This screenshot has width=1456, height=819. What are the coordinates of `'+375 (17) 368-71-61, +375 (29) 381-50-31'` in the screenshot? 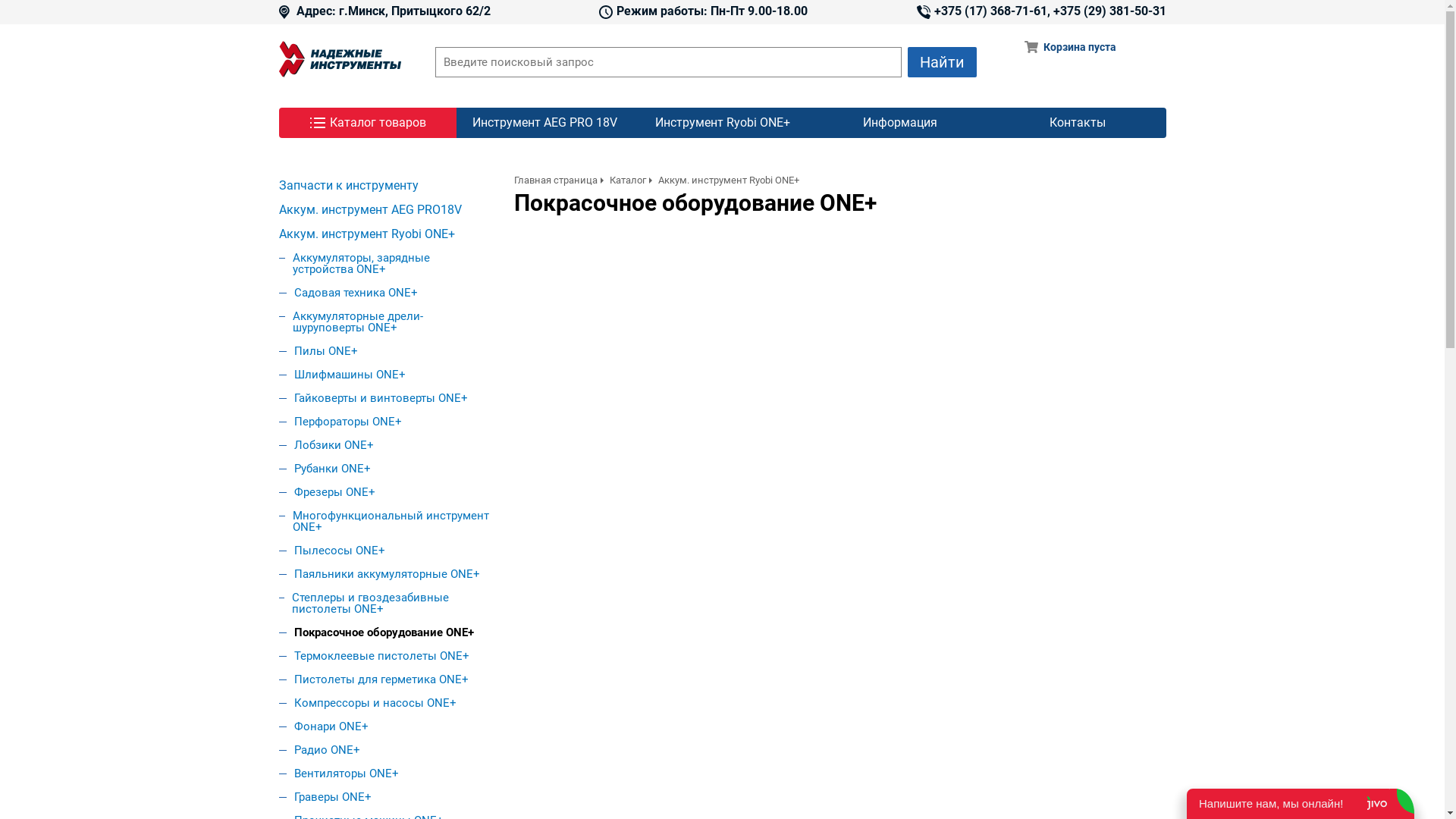 It's located at (1040, 11).